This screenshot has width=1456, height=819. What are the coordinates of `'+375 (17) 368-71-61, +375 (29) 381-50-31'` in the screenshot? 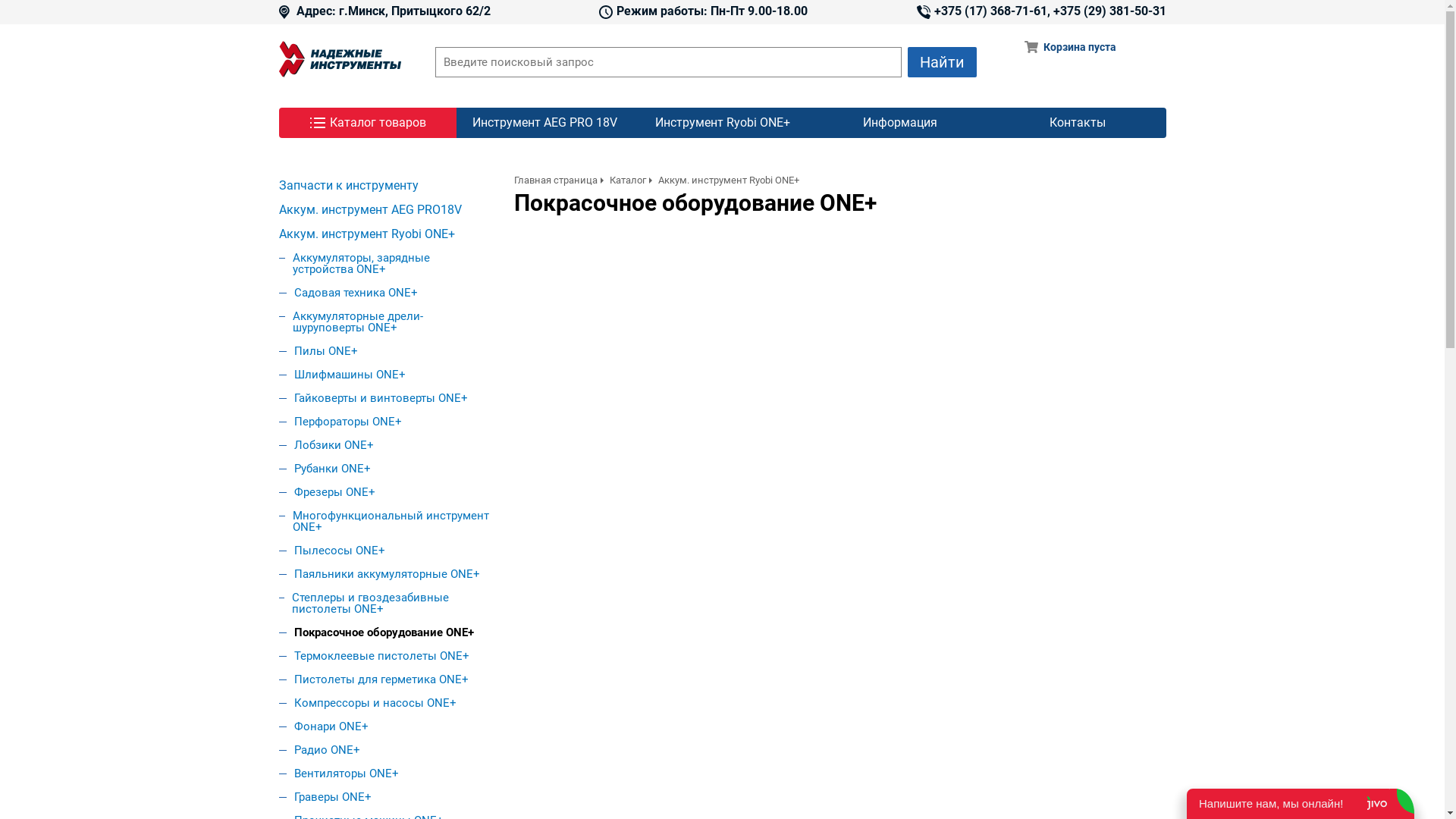 It's located at (1040, 11).